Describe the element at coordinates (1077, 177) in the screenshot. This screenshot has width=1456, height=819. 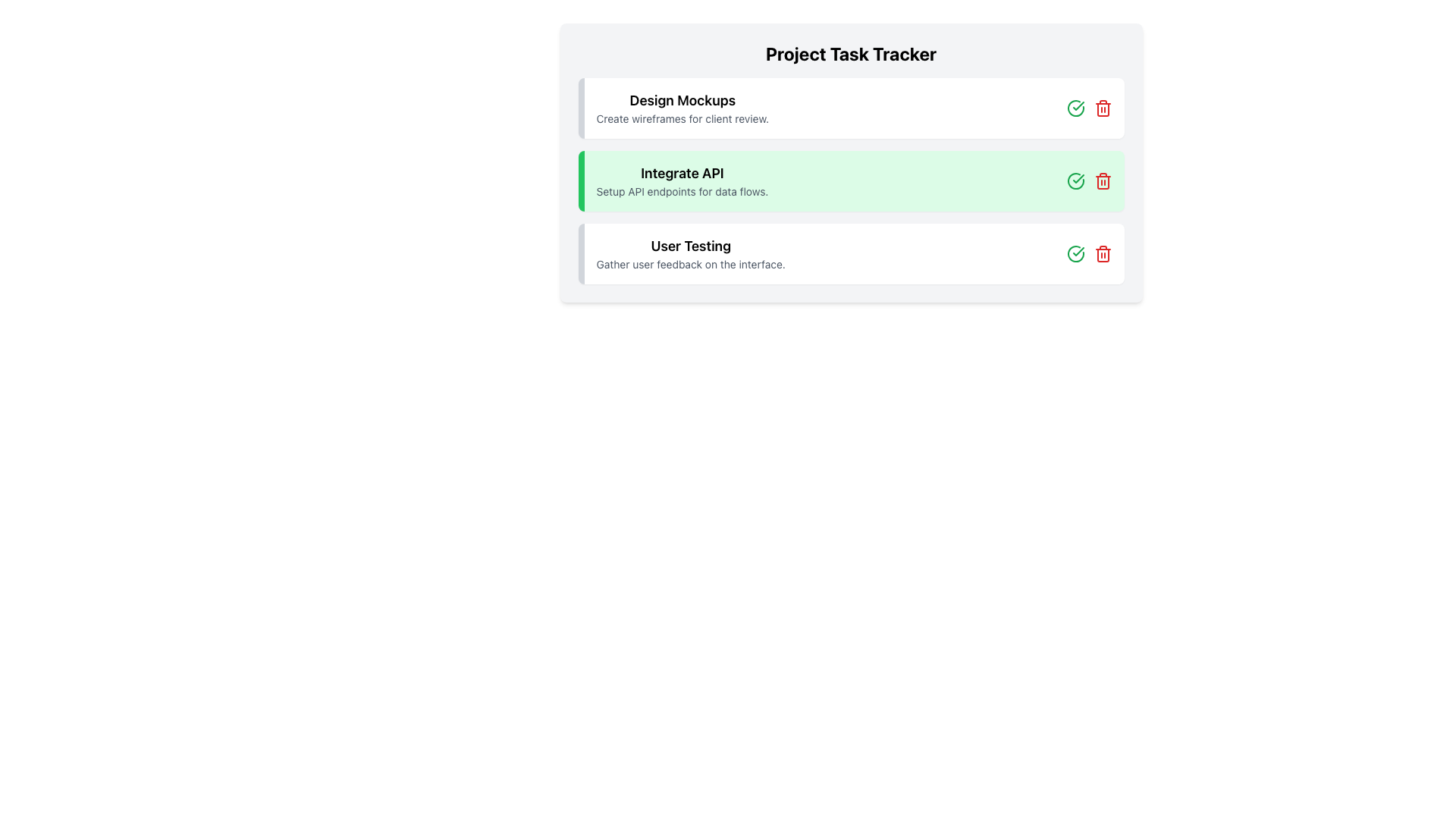
I see `the green checkmark icon within the circular shape that indicates a completed task, located to the right of the 'Integrate API' task title in the 'Project Task Tracker' application` at that location.